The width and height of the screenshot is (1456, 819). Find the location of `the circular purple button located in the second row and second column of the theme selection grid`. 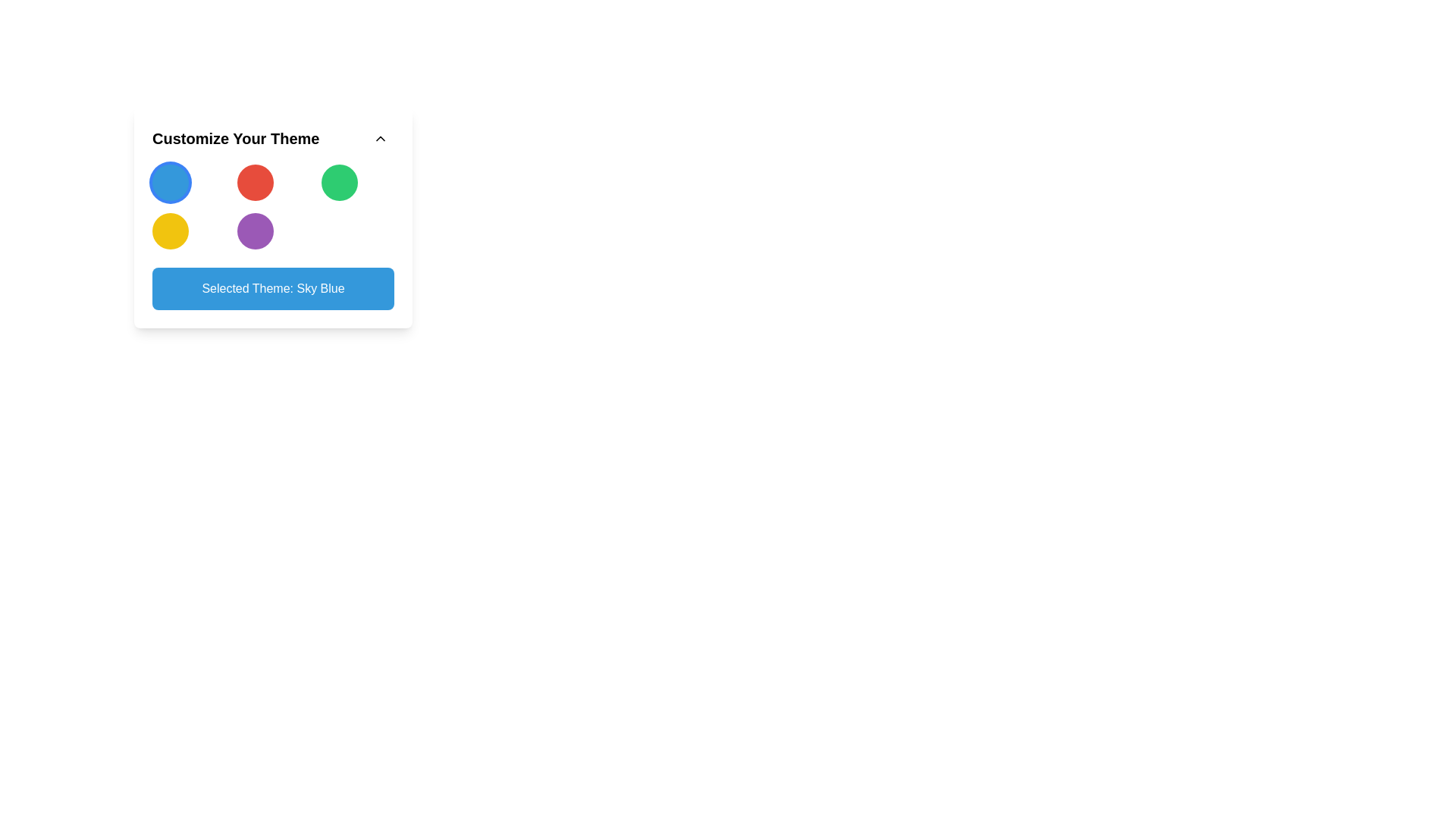

the circular purple button located in the second row and second column of the theme selection grid is located at coordinates (255, 231).